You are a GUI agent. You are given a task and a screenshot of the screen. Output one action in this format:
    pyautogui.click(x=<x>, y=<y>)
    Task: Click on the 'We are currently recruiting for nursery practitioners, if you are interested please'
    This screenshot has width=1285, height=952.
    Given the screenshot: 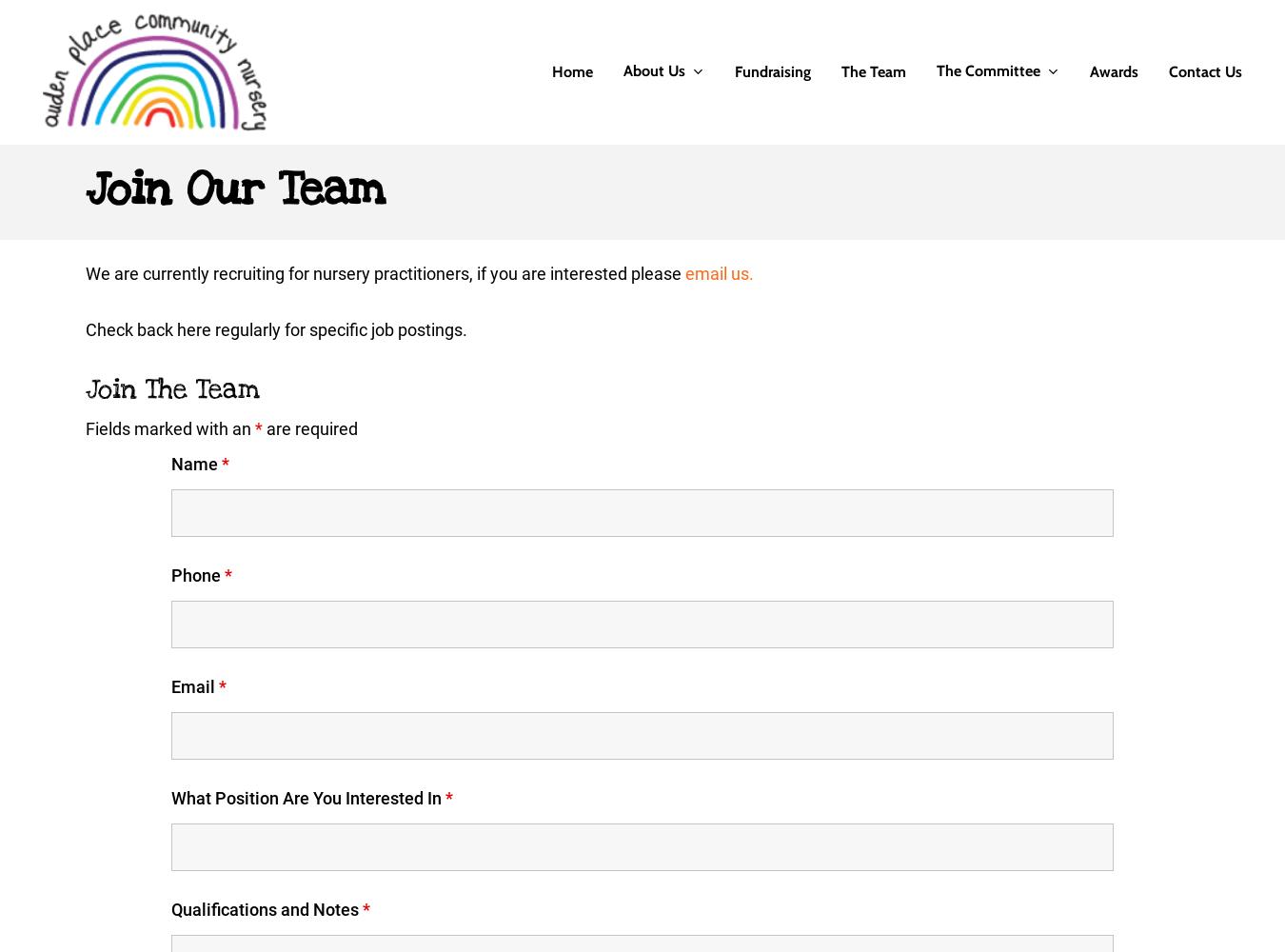 What is the action you would take?
    pyautogui.click(x=385, y=273)
    